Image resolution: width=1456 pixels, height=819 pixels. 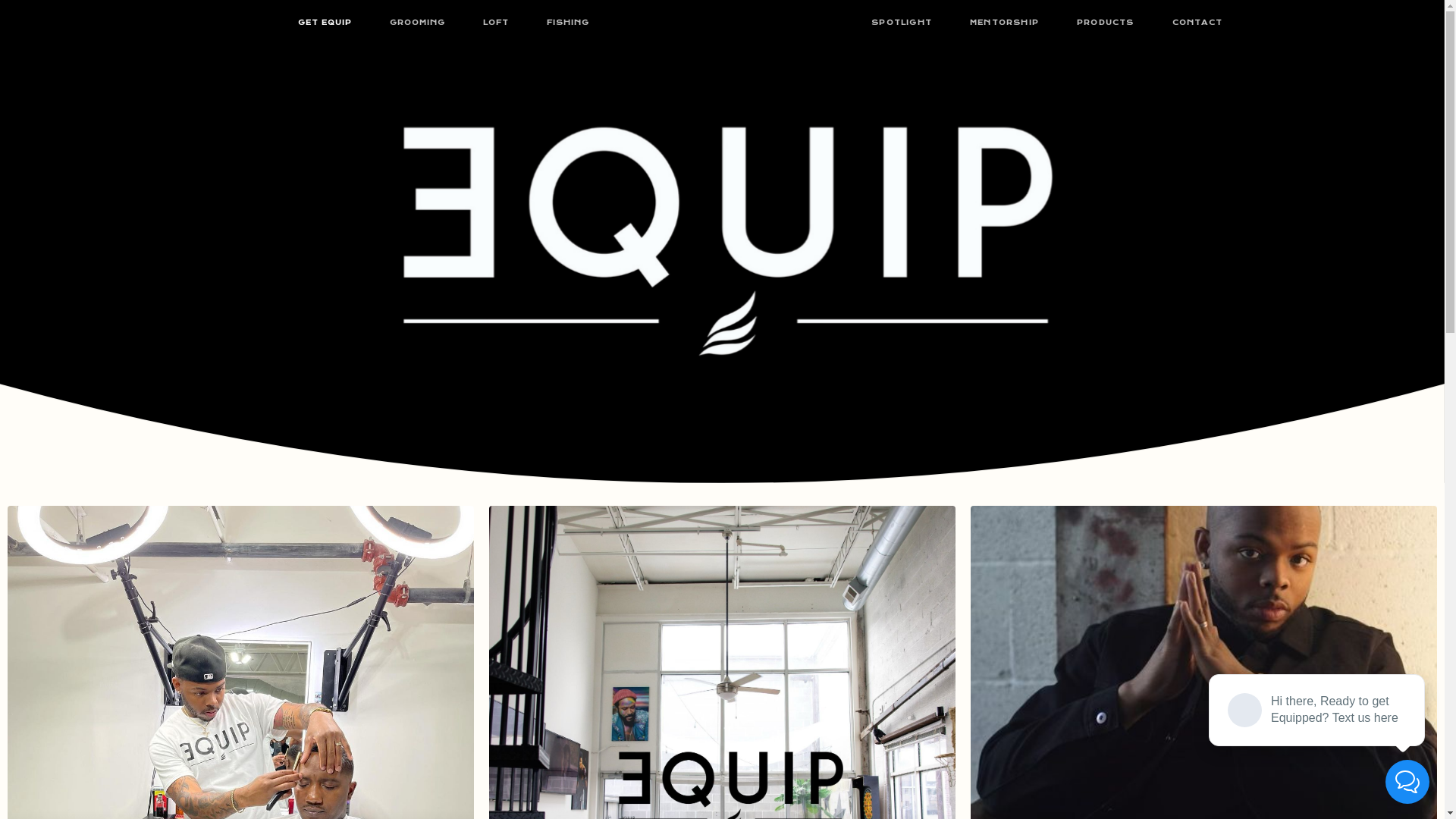 What do you see at coordinates (770, 503) in the screenshot?
I see `'Mentorship'` at bounding box center [770, 503].